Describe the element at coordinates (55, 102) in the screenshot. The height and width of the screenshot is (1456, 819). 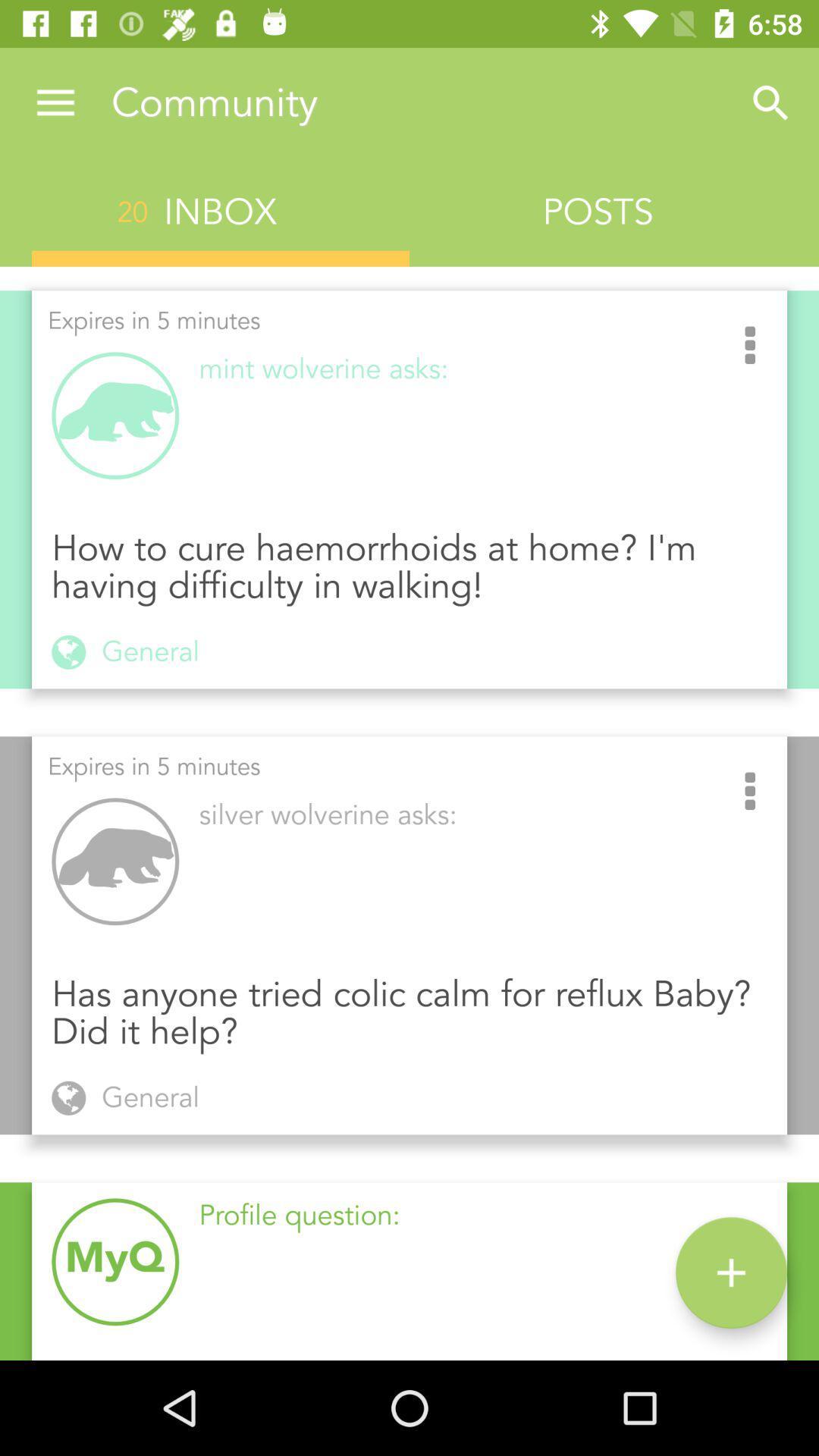
I see `the icon above 20 icon` at that location.